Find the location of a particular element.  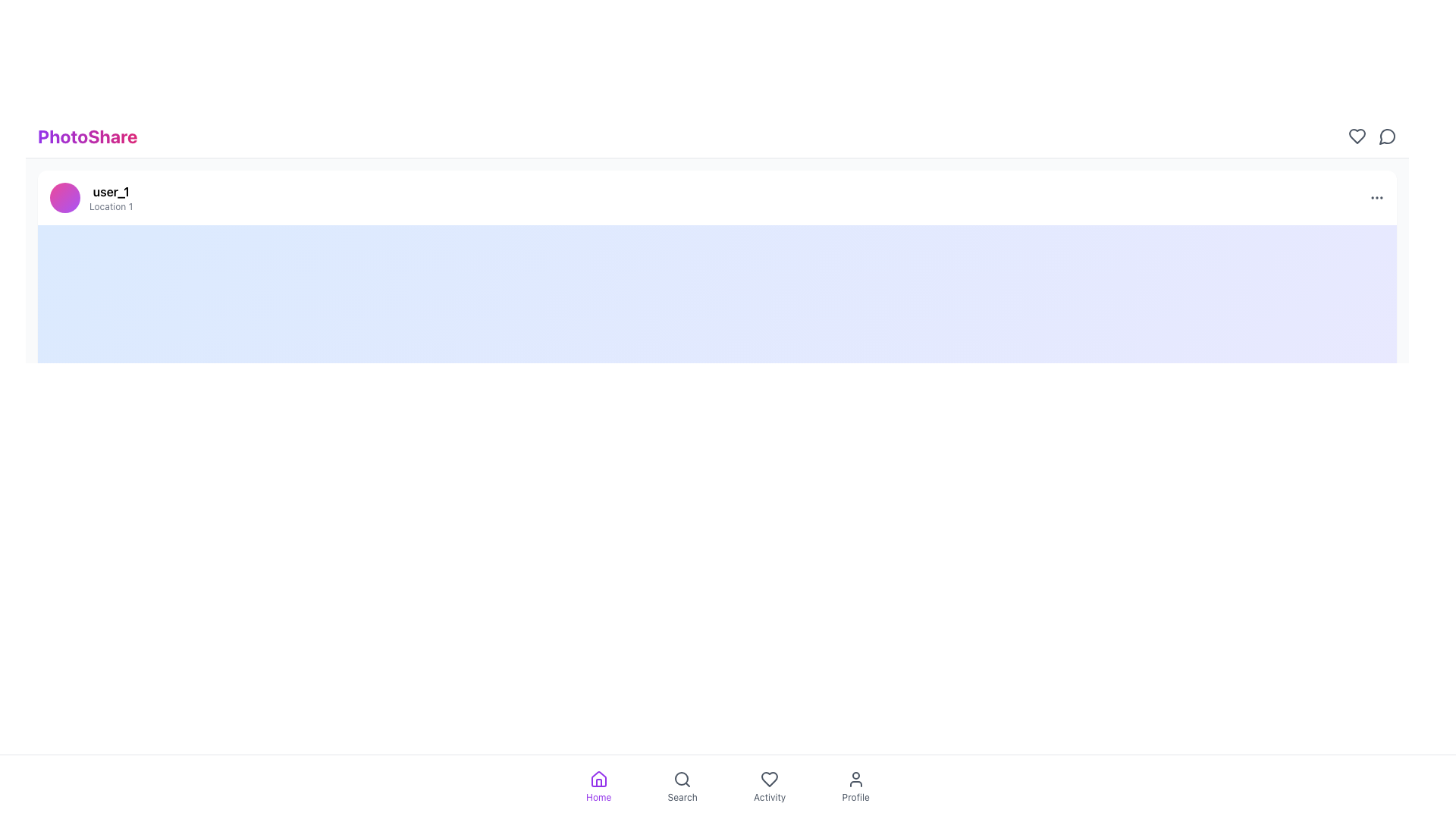

the interactive icon buttons in the horizontal button group located in the top-right corner of the 'PhotoShare' interface is located at coordinates (1372, 136).